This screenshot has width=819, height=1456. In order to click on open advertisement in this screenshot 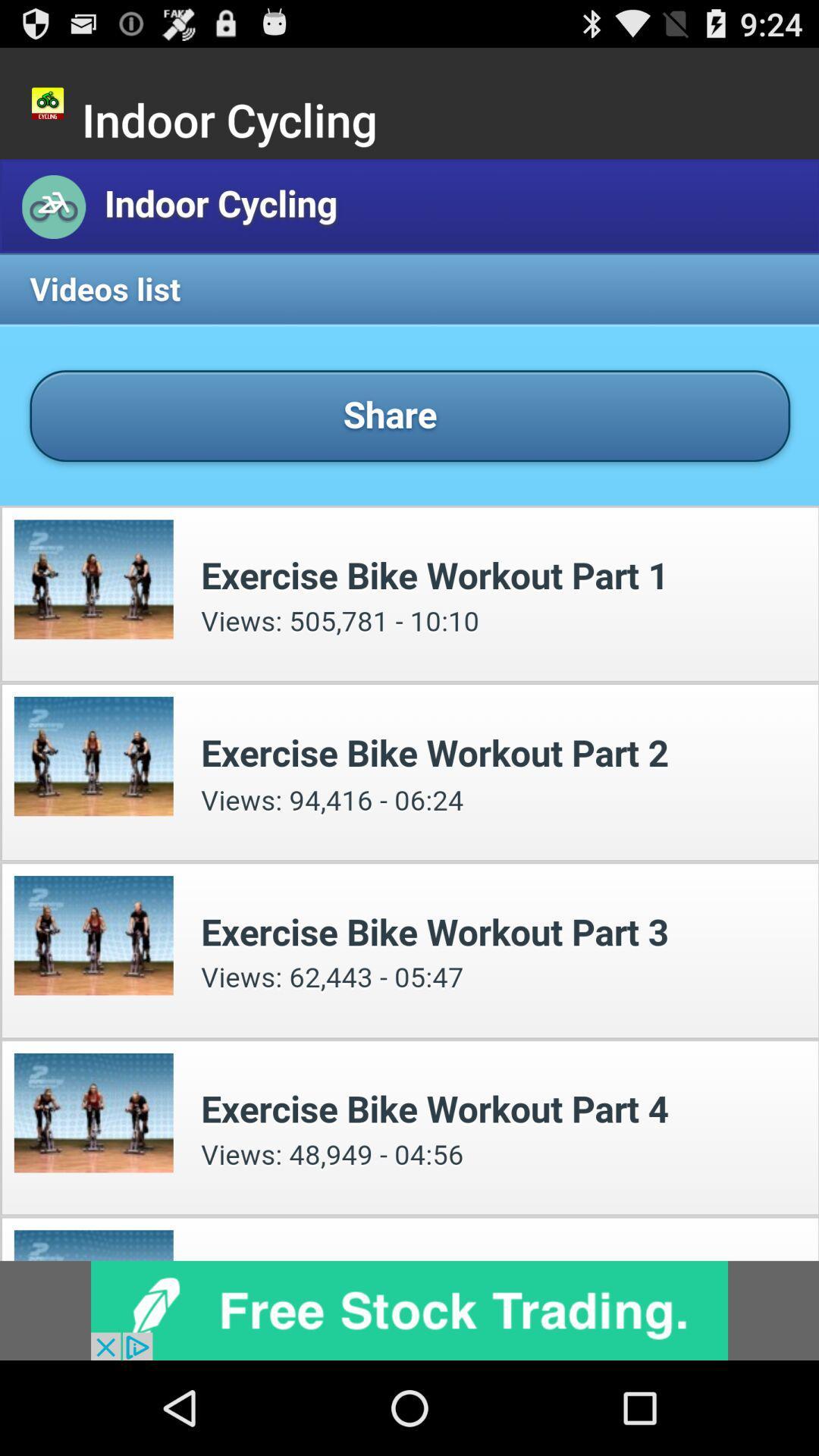, I will do `click(409, 1310)`.